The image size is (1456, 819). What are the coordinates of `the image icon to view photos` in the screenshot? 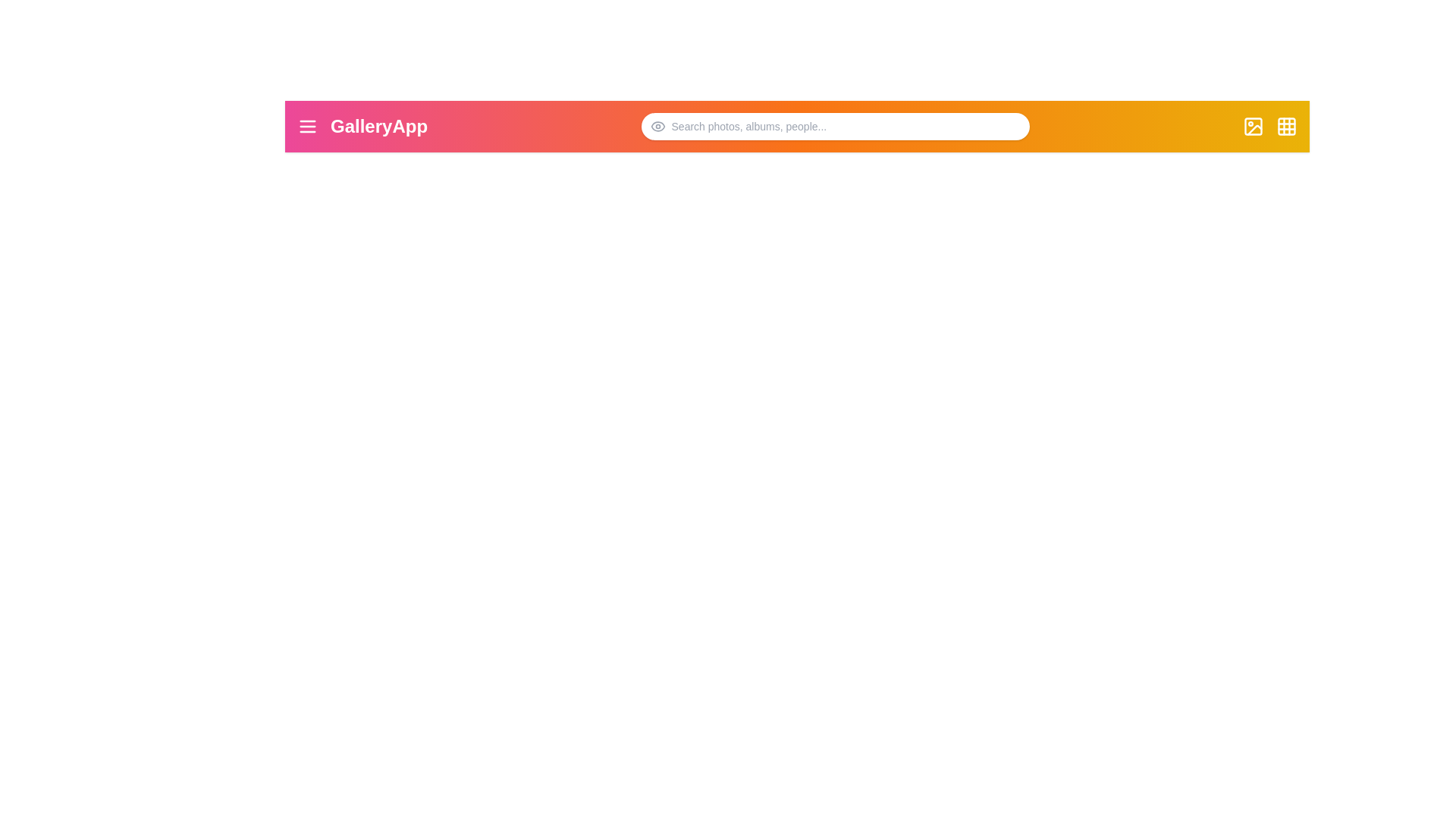 It's located at (1253, 125).